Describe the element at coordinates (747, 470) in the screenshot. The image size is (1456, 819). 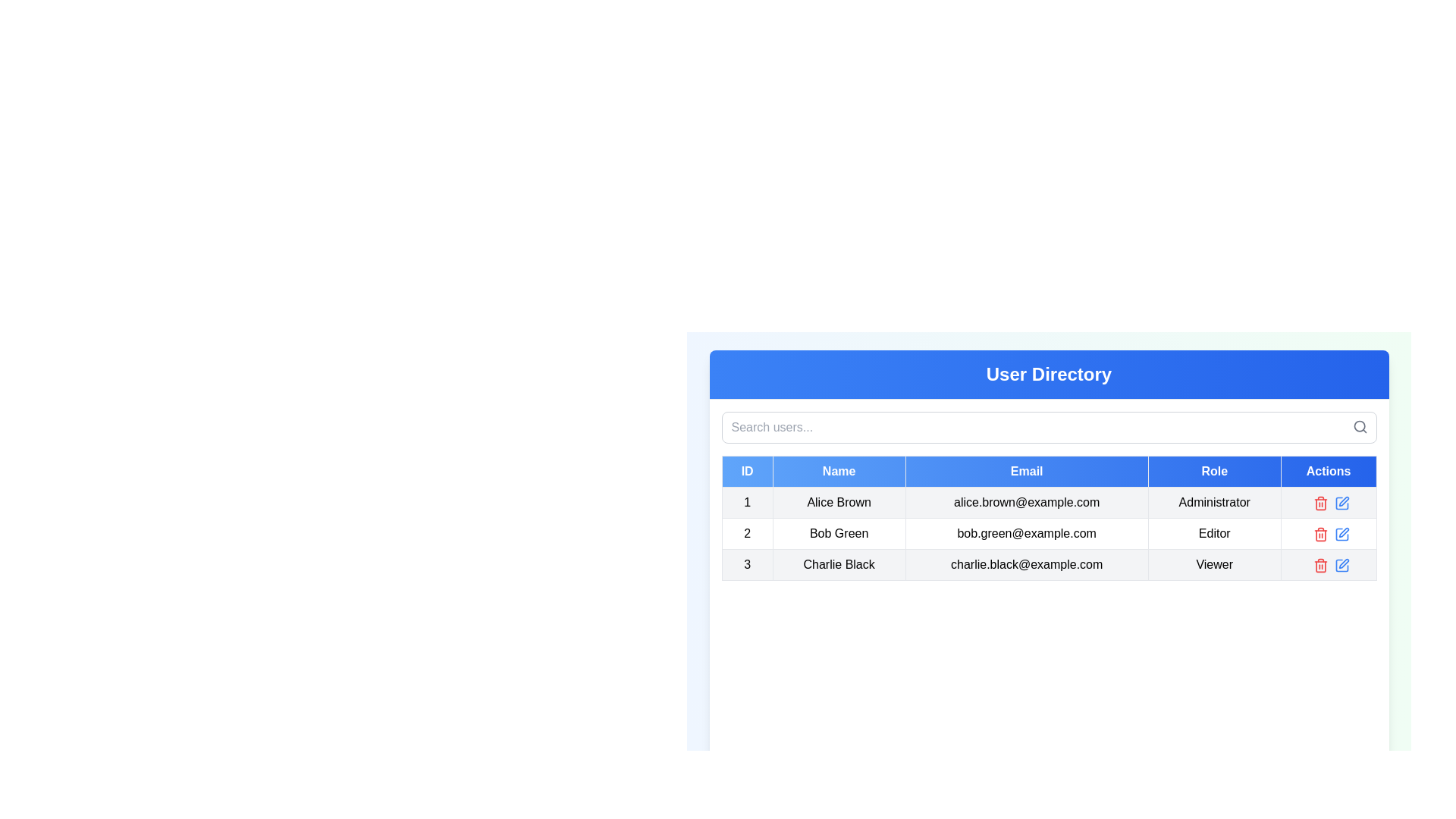
I see `the Table header cell labeled 'ID', which is a rectangular cell with a white font on a blue gradient background, positioned at the start of the header row in a data table` at that location.